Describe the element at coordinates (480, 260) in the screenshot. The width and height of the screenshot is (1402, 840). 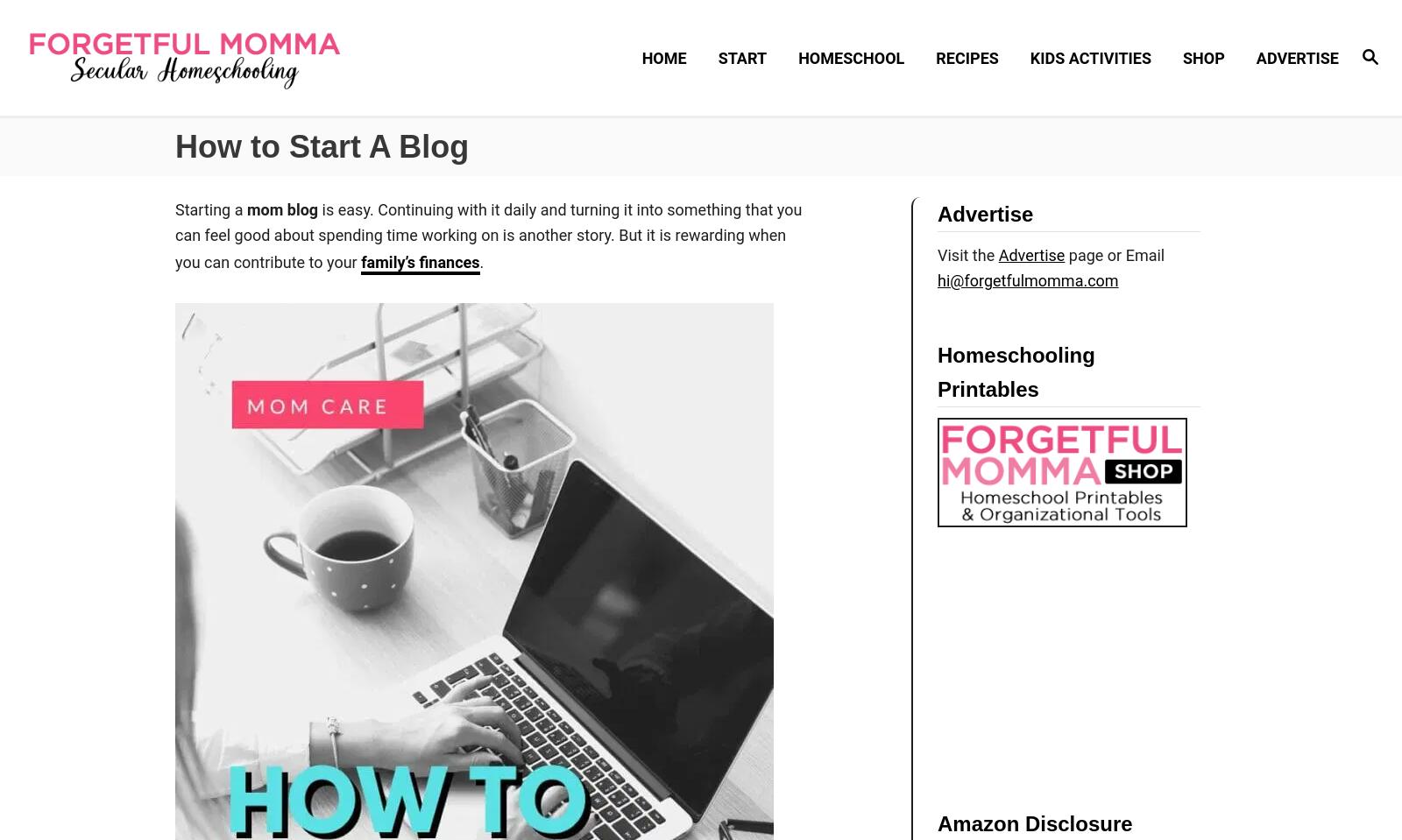
I see `'.'` at that location.